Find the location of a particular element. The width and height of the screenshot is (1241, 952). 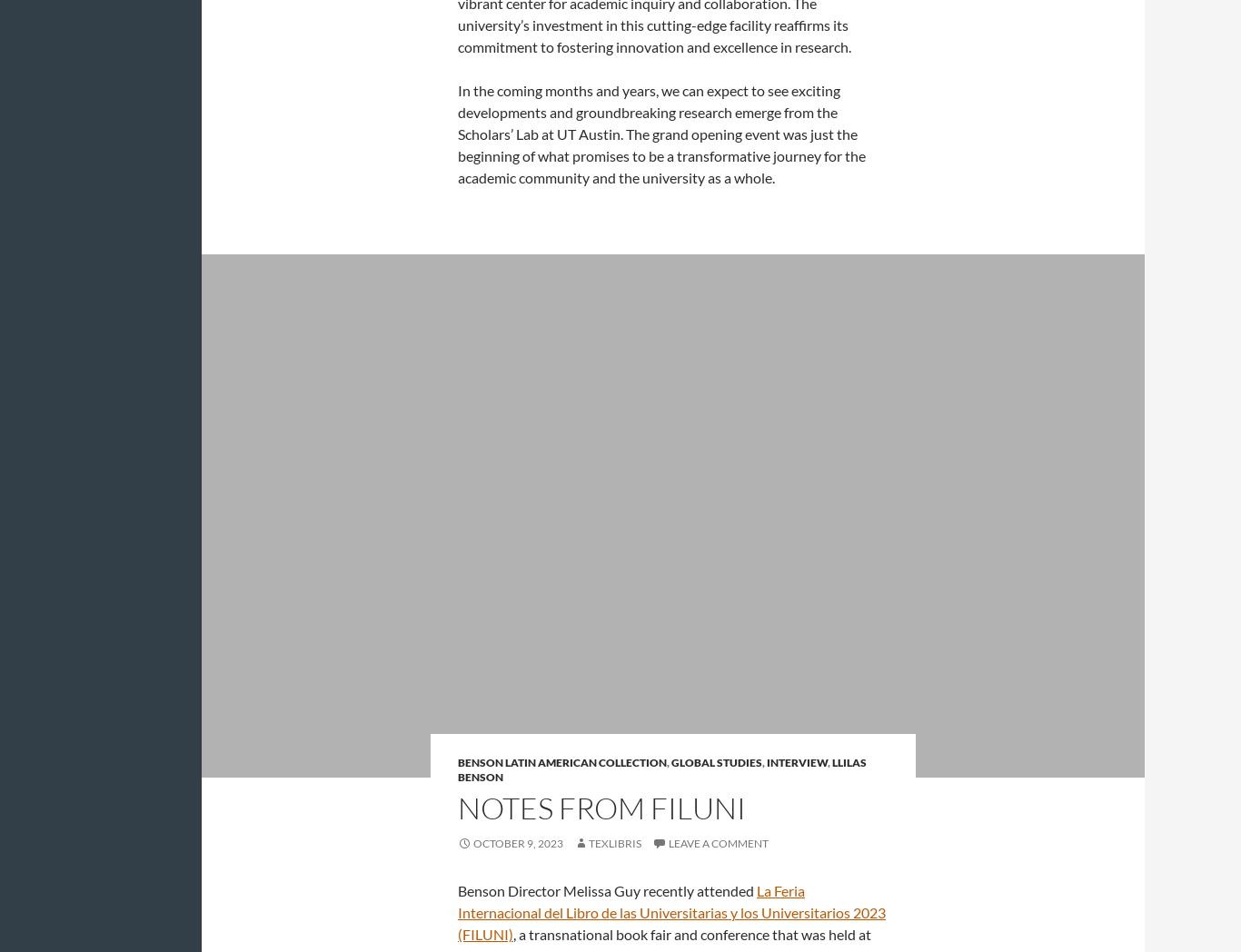

'Texlibris' is located at coordinates (613, 843).